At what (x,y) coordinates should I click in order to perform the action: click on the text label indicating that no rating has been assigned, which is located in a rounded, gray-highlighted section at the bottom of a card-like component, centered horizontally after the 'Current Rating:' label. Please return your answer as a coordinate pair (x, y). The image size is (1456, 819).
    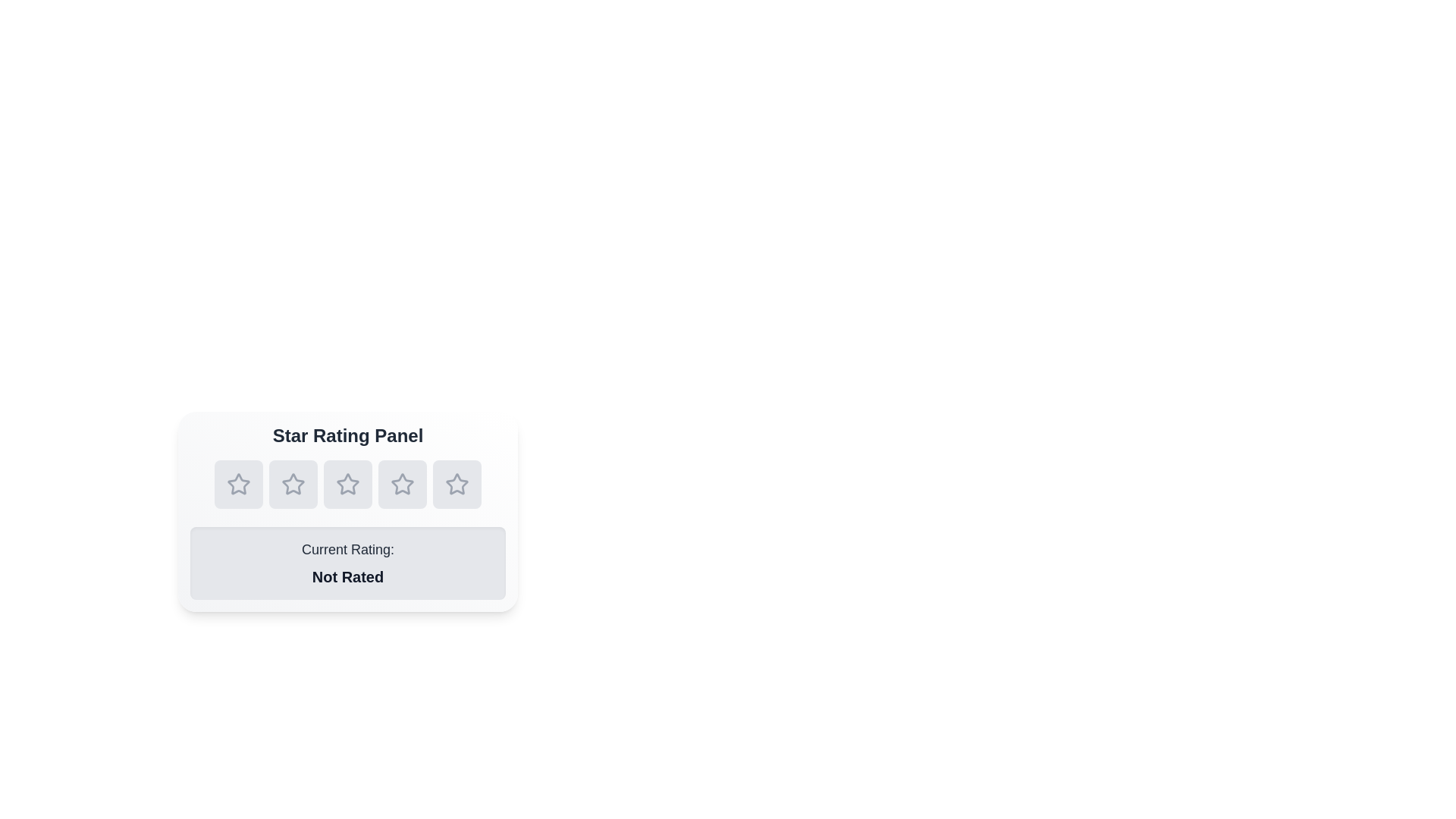
    Looking at the image, I should click on (347, 576).